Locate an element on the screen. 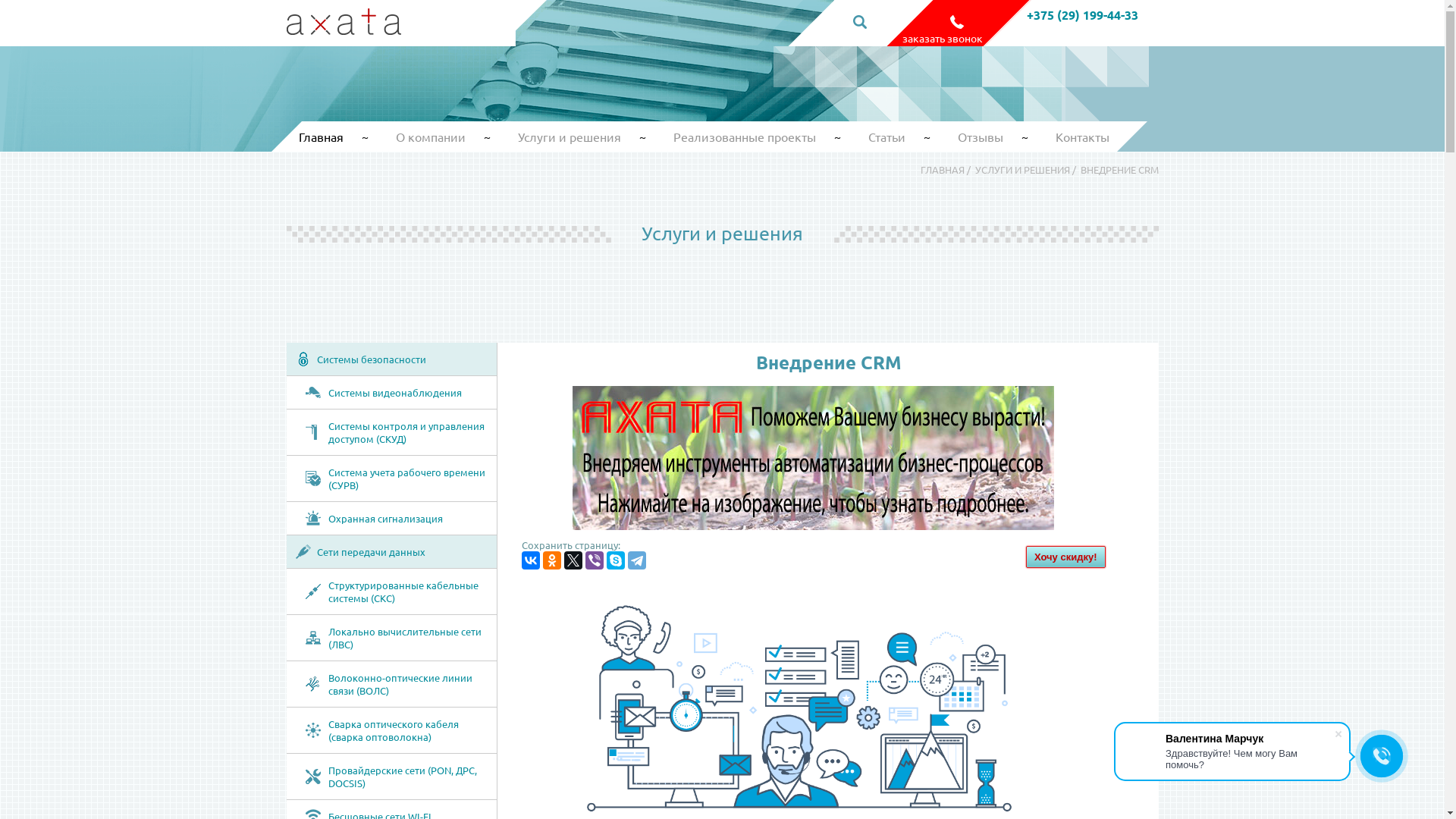 The width and height of the screenshot is (1456, 819). 'Viber' is located at coordinates (593, 560).